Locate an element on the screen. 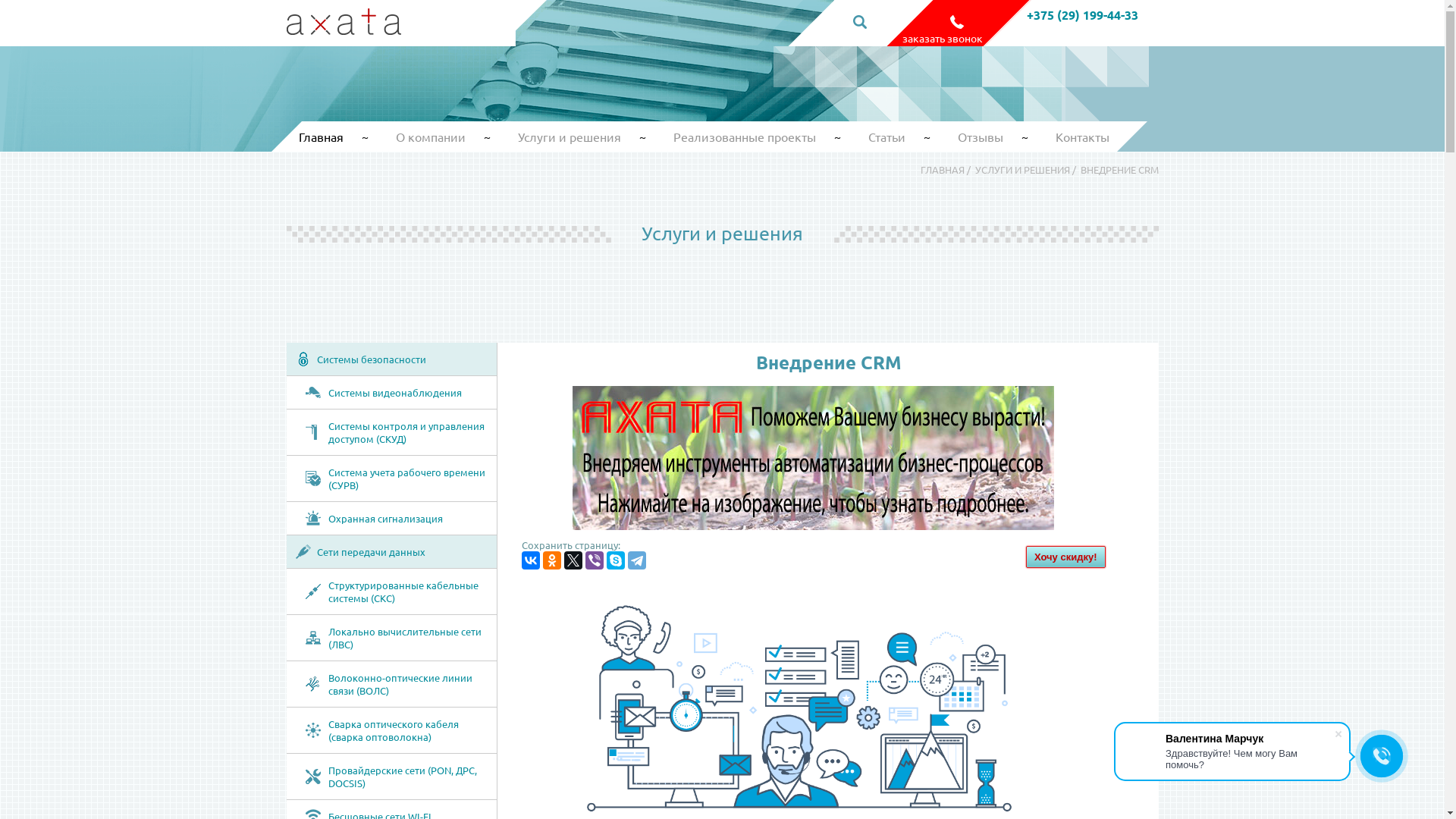 The width and height of the screenshot is (1456, 819). 'Viber' is located at coordinates (593, 560).